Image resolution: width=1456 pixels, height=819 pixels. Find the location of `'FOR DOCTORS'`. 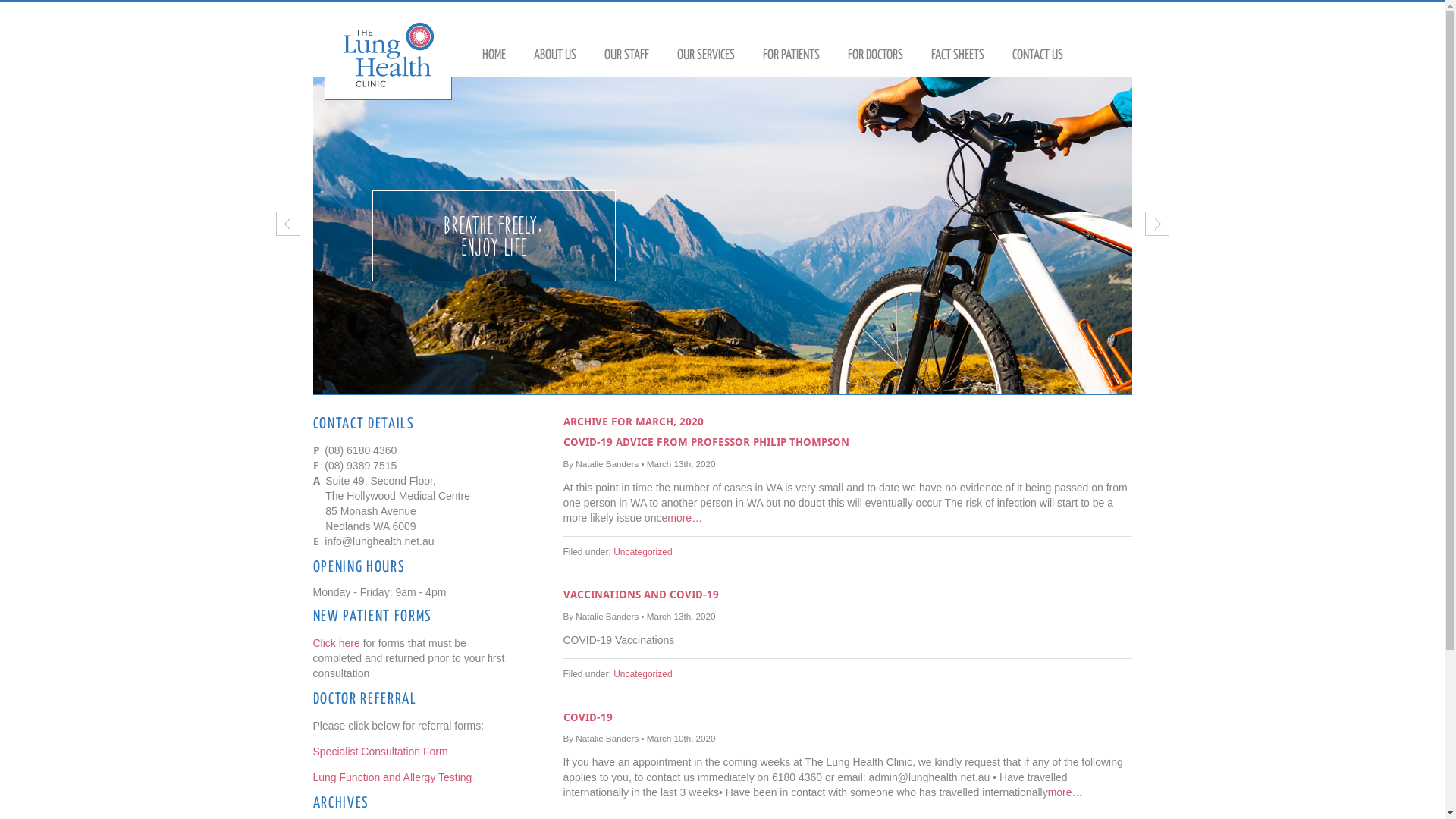

'FOR DOCTORS' is located at coordinates (875, 55).